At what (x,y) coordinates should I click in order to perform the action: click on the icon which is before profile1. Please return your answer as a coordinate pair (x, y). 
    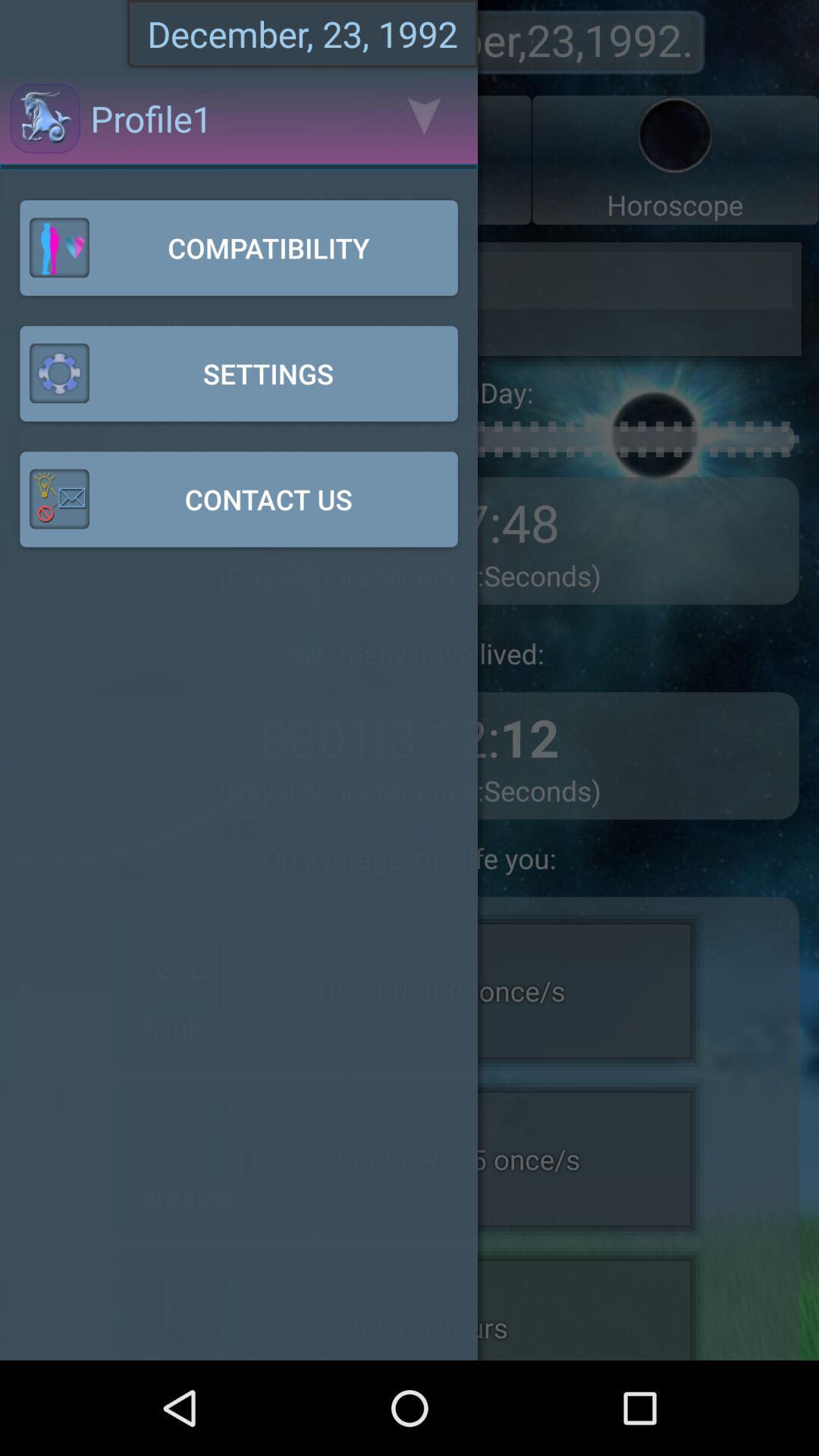
    Looking at the image, I should click on (45, 118).